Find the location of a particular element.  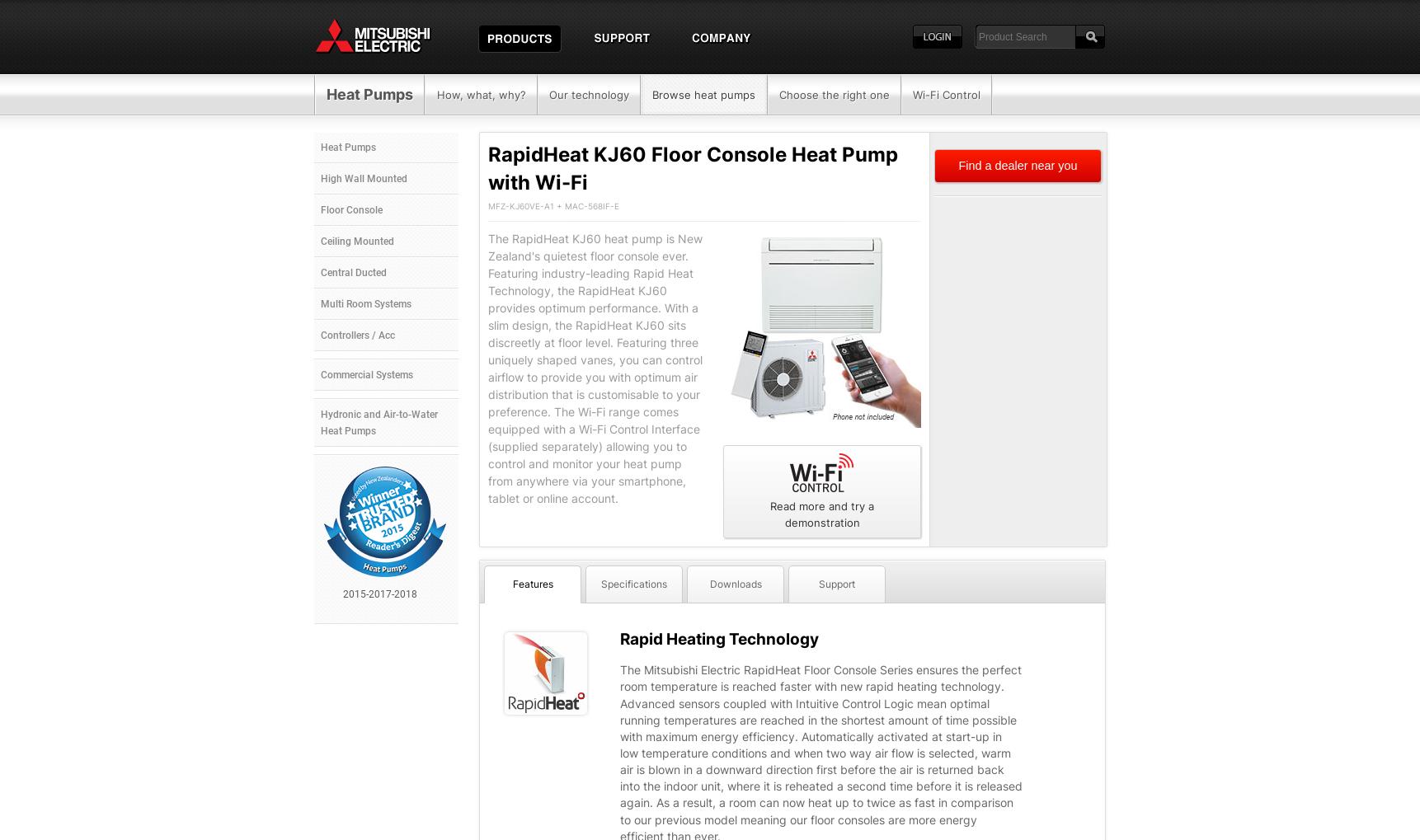

'Controllers / Acc' is located at coordinates (356, 334).